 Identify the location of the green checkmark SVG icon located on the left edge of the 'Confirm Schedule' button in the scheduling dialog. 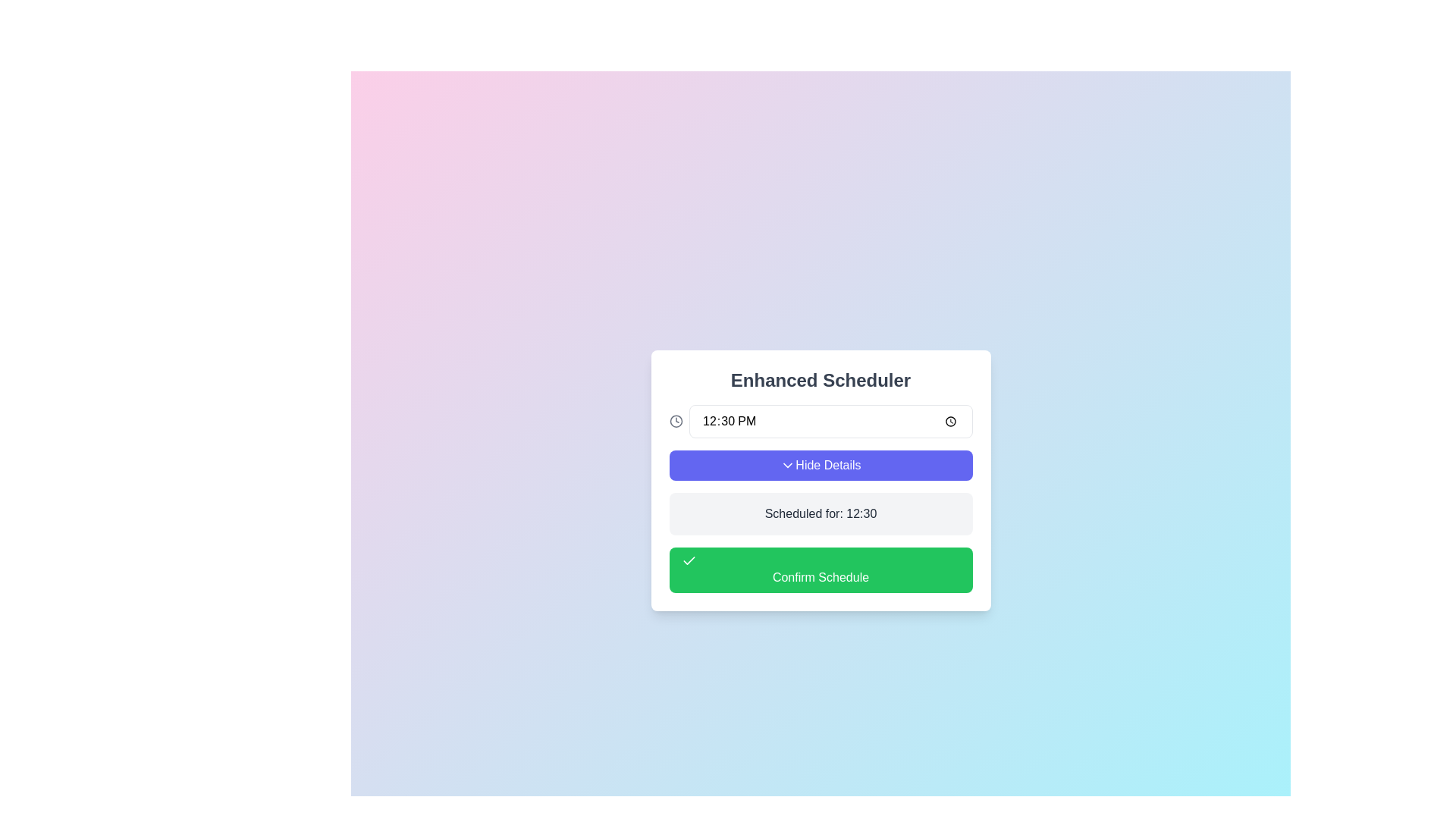
(688, 561).